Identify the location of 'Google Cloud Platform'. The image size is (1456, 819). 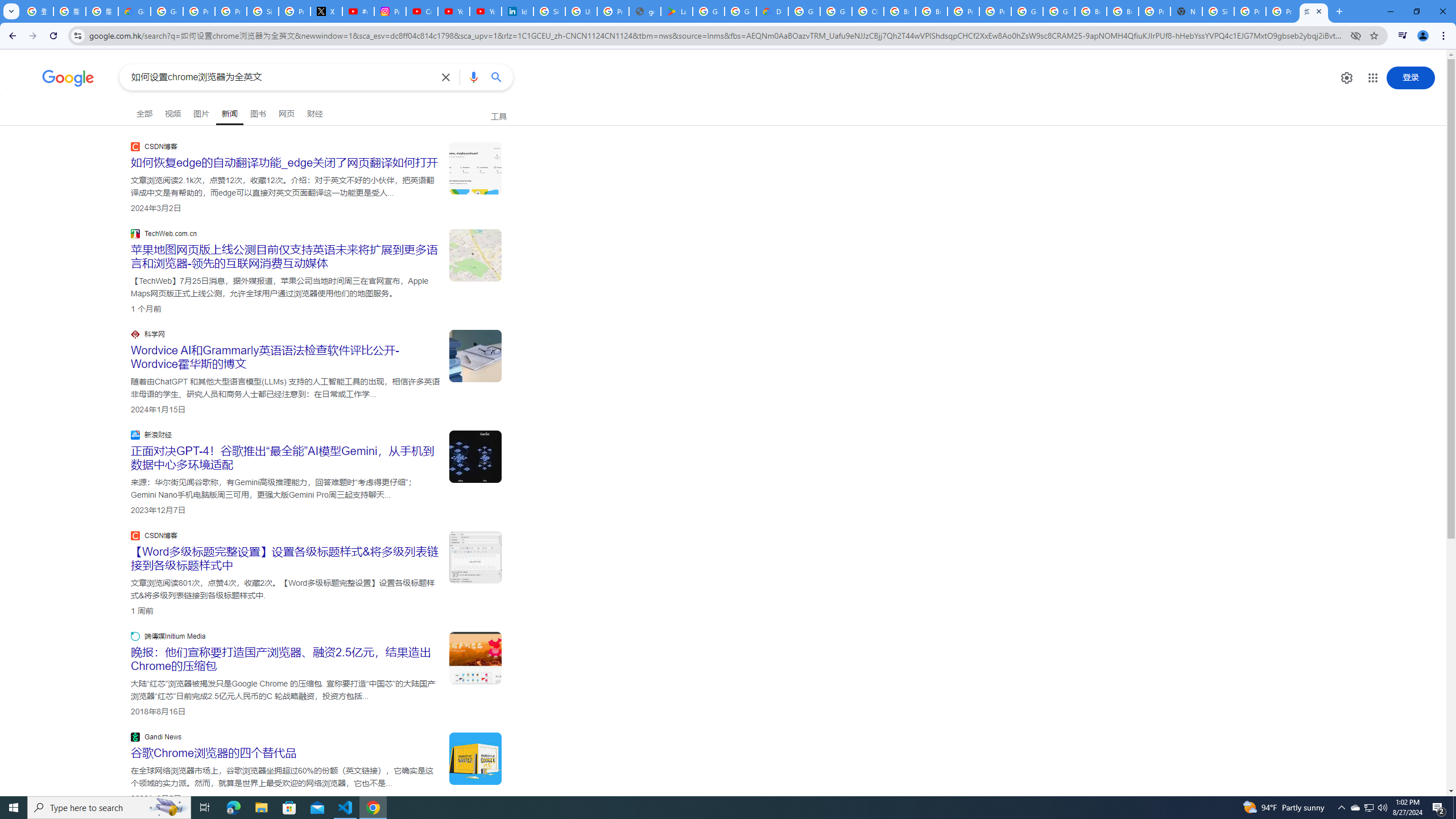
(1059, 11).